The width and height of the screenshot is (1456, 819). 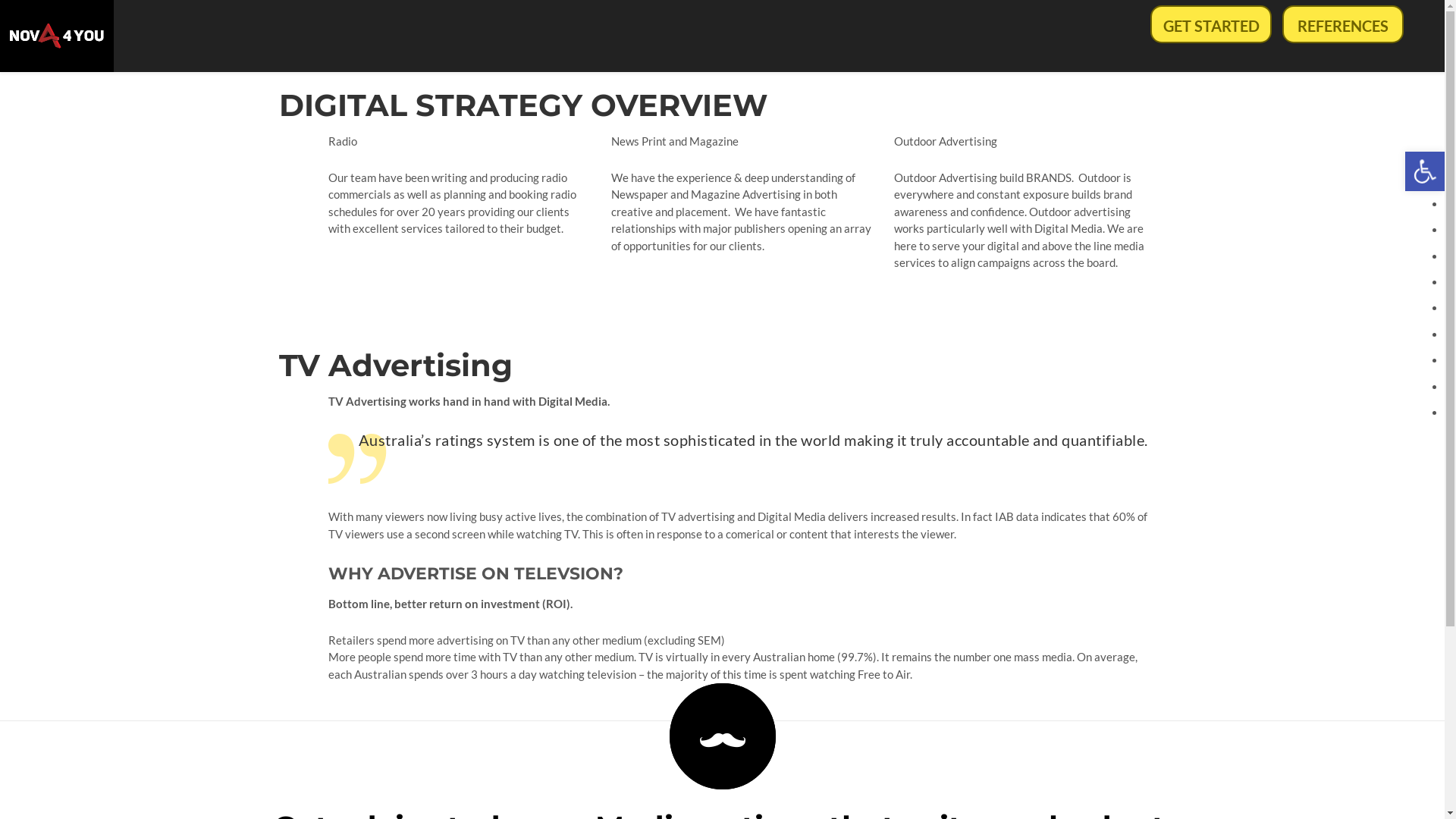 I want to click on 'Facebook', so click(x=1109, y=770).